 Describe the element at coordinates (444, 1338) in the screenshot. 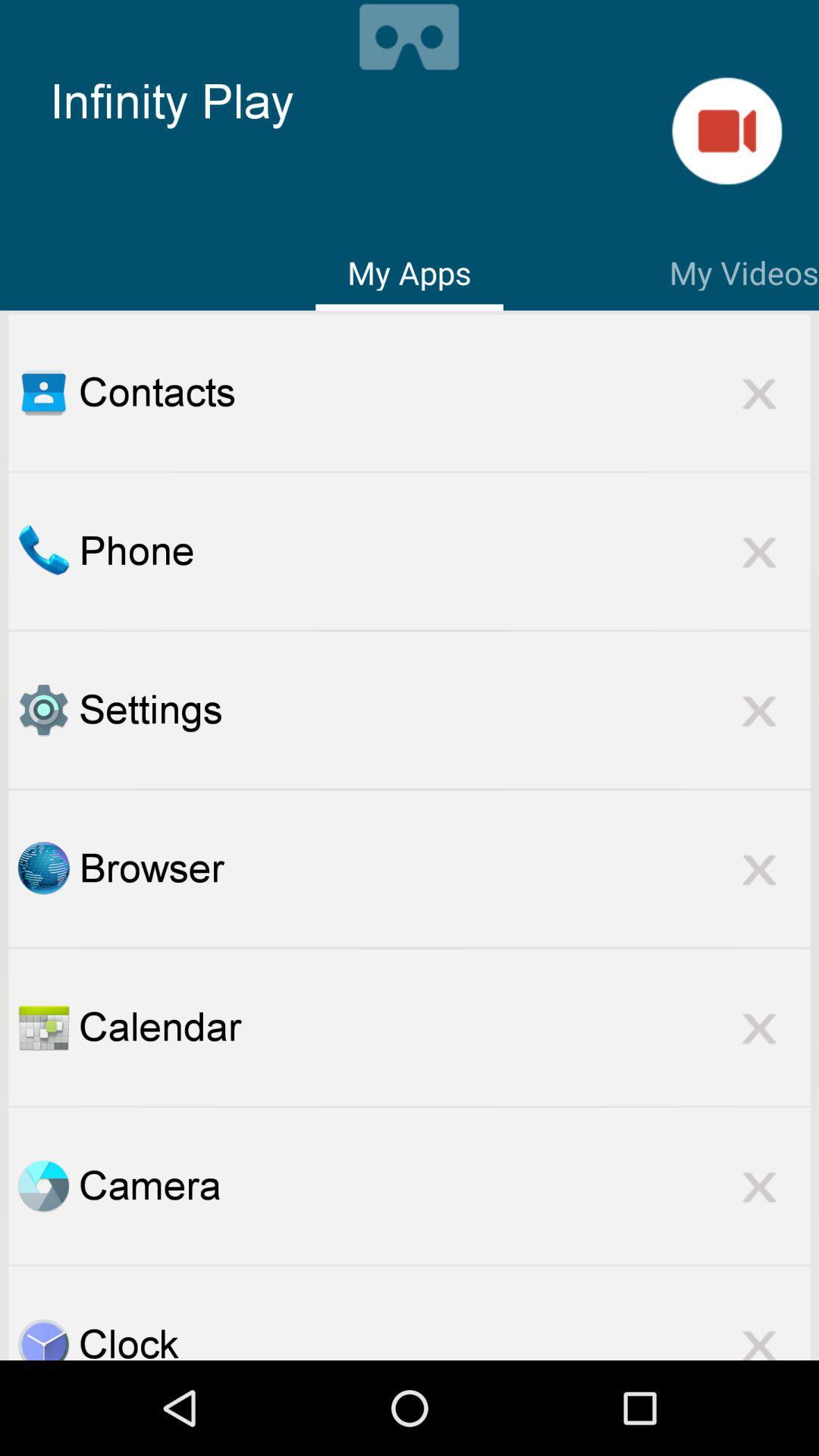

I see `the clock item` at that location.